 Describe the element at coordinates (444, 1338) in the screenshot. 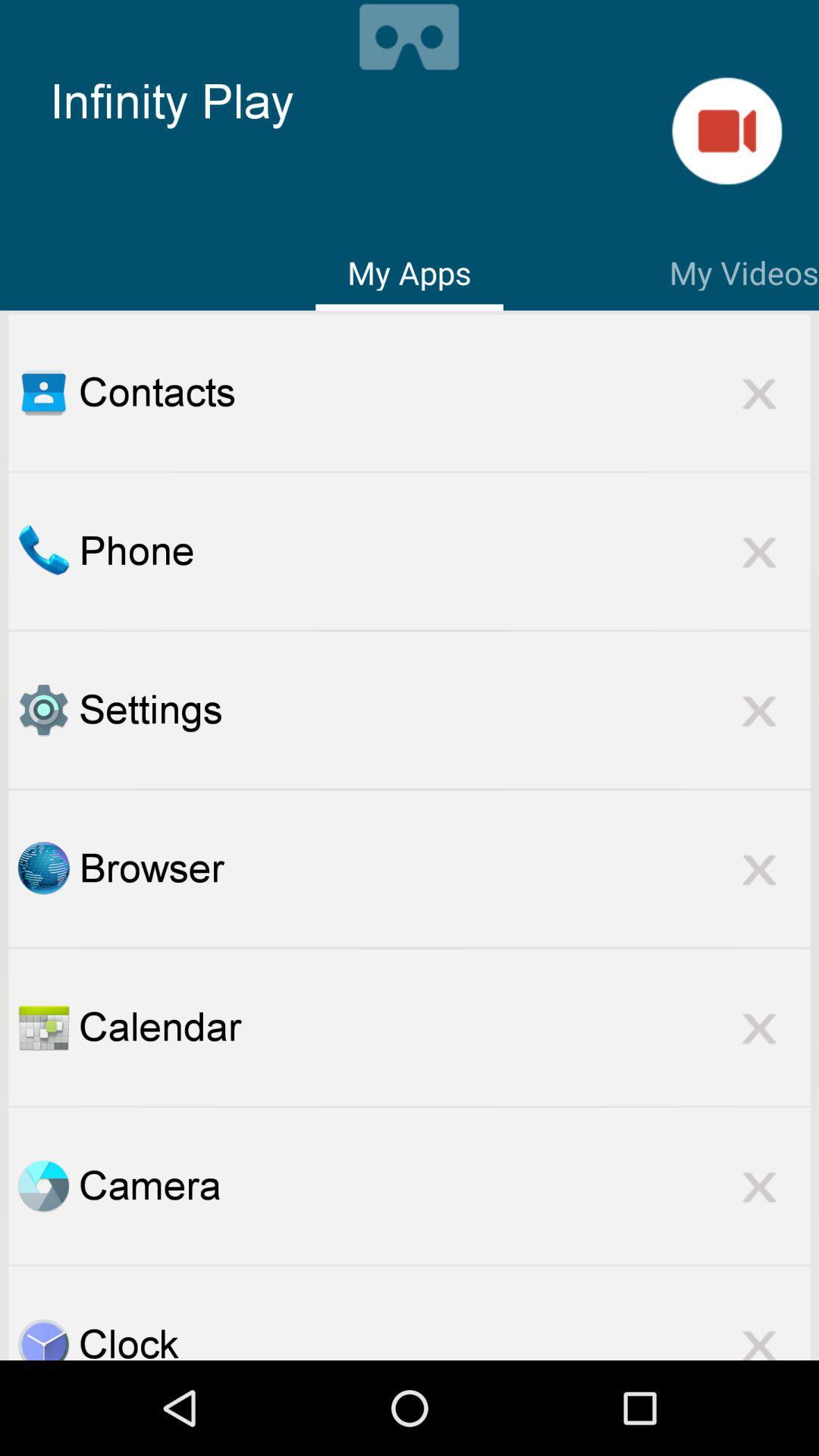

I see `the clock item` at that location.